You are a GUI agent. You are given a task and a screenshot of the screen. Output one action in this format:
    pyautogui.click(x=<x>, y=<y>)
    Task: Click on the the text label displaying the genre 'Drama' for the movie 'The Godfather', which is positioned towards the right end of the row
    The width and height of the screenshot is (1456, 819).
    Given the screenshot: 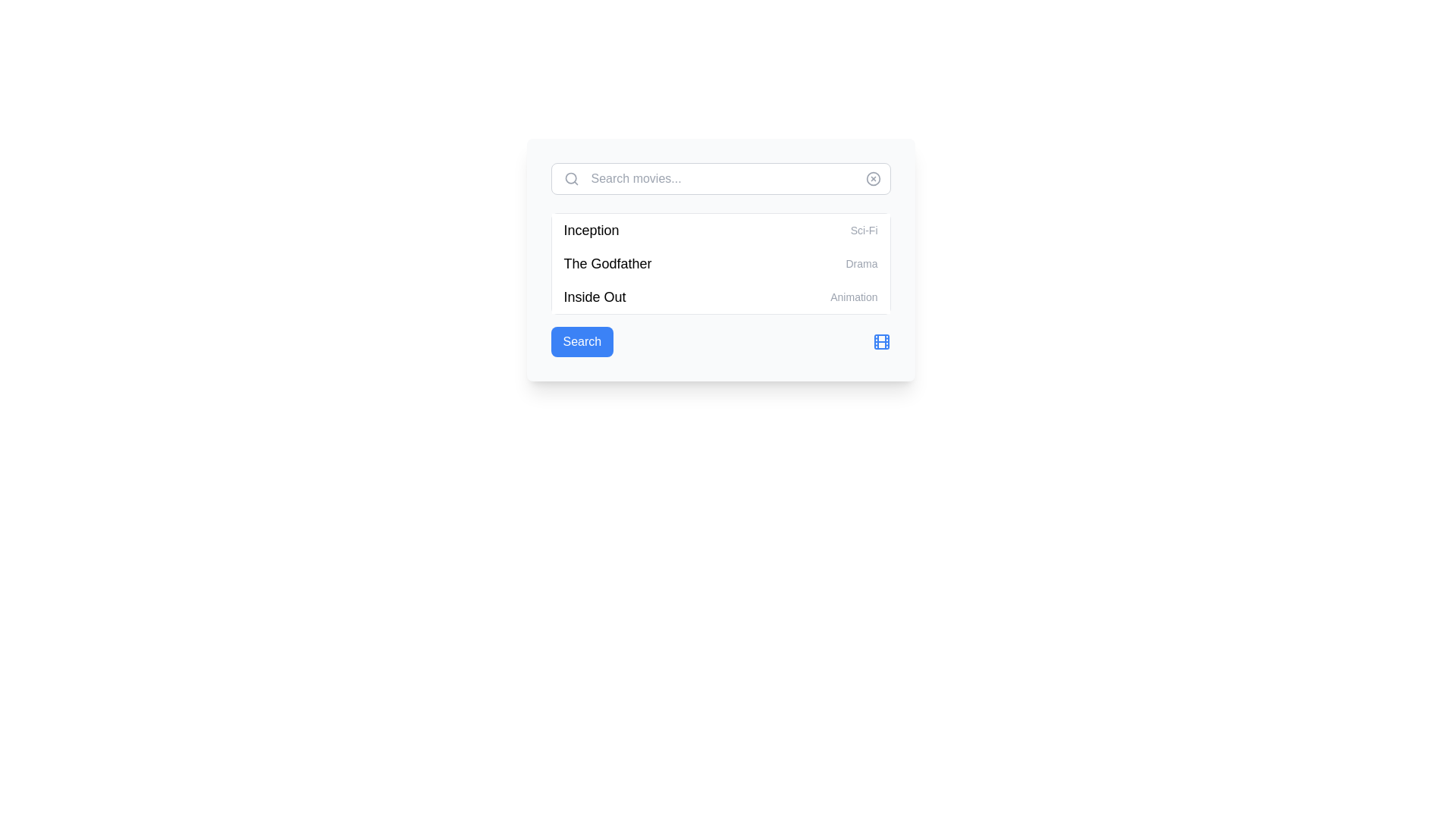 What is the action you would take?
    pyautogui.click(x=861, y=262)
    